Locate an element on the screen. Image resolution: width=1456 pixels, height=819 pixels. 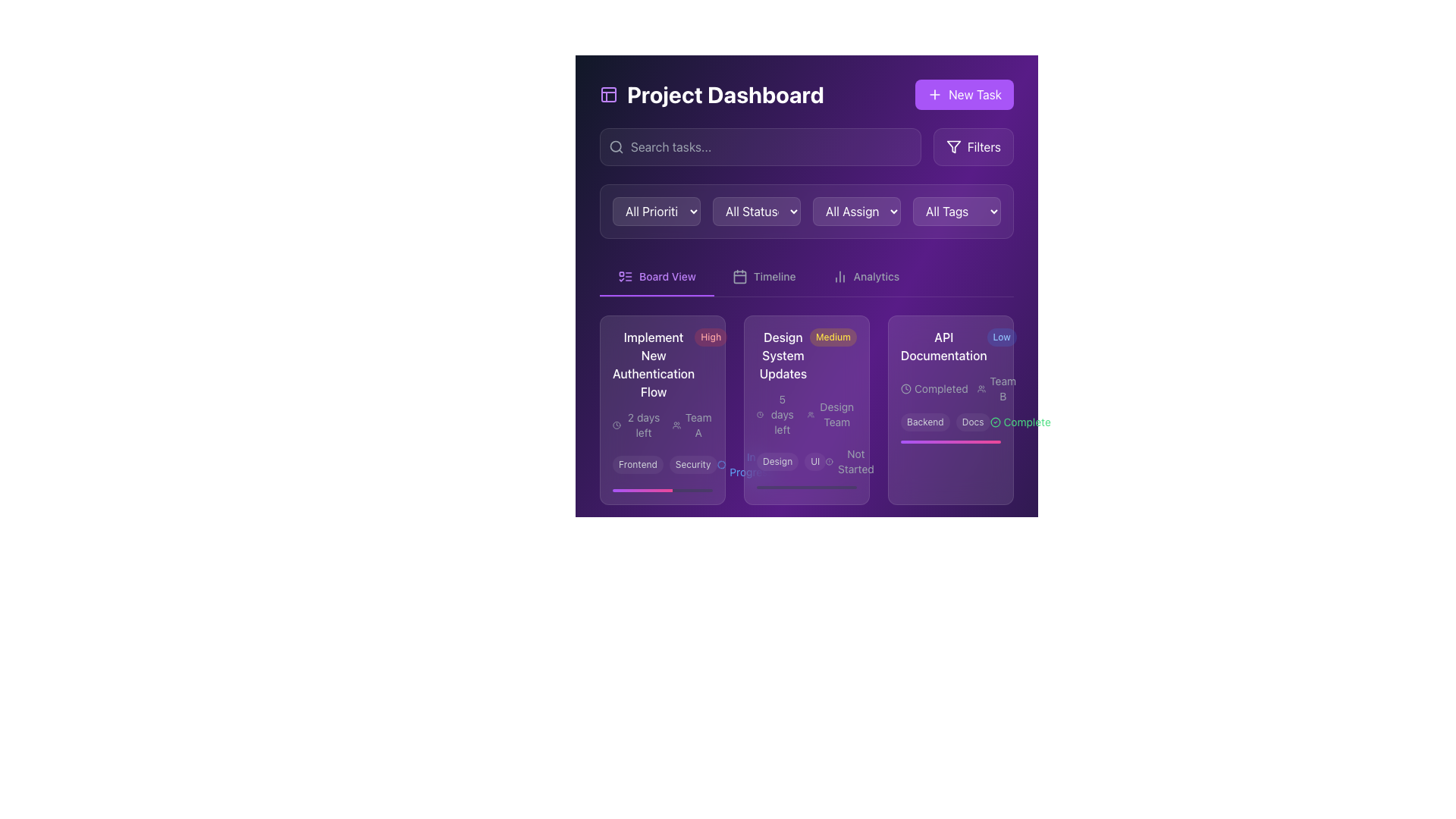
the information display component that shows '2 days left Team A' with icons, located in the middle section of the card titled 'Implement New Authentication Flow' is located at coordinates (662, 425).